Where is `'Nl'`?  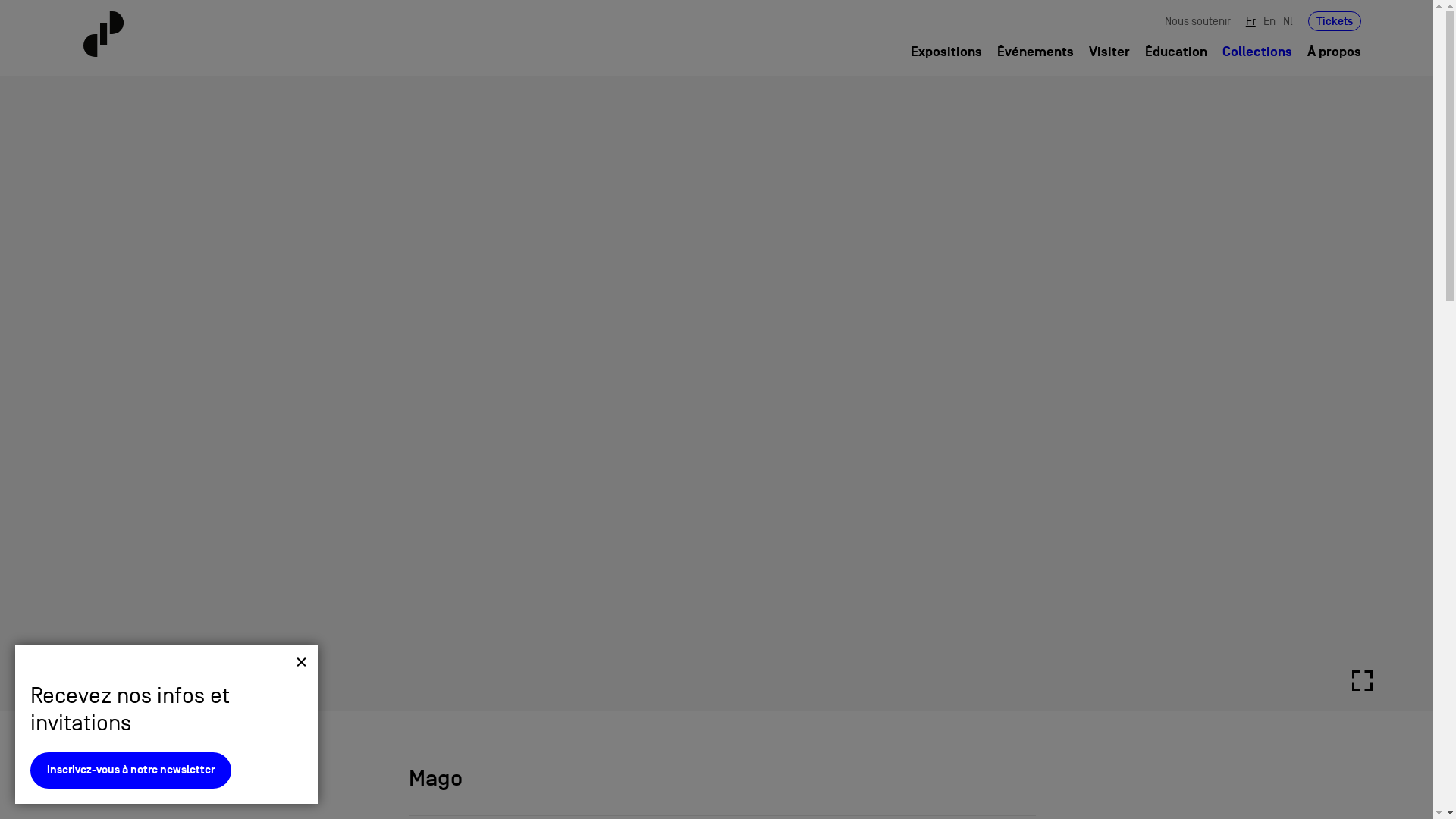
'Nl' is located at coordinates (1287, 20).